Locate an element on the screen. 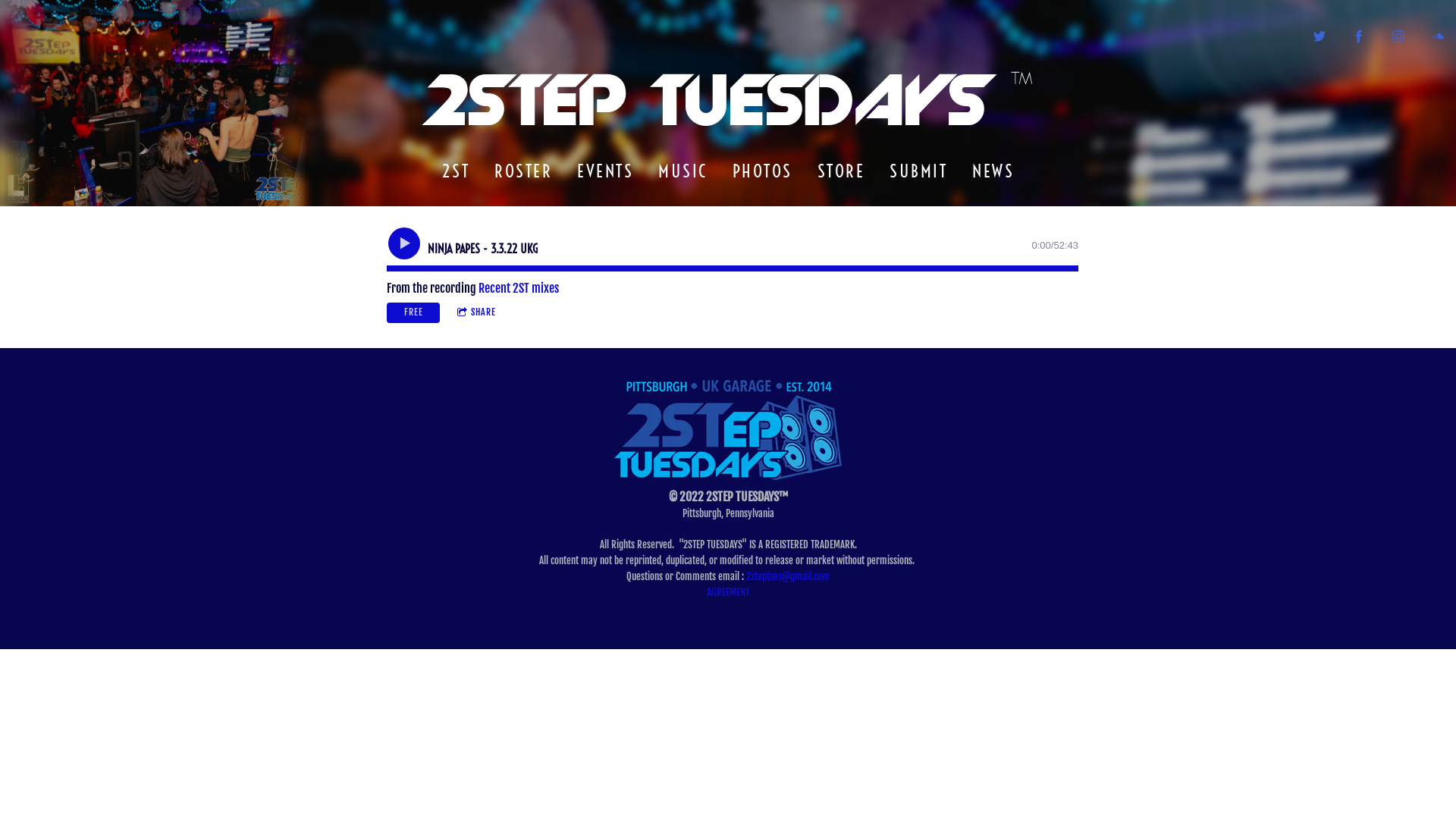 This screenshot has width=1456, height=819. 'SUBMIT' is located at coordinates (918, 170).